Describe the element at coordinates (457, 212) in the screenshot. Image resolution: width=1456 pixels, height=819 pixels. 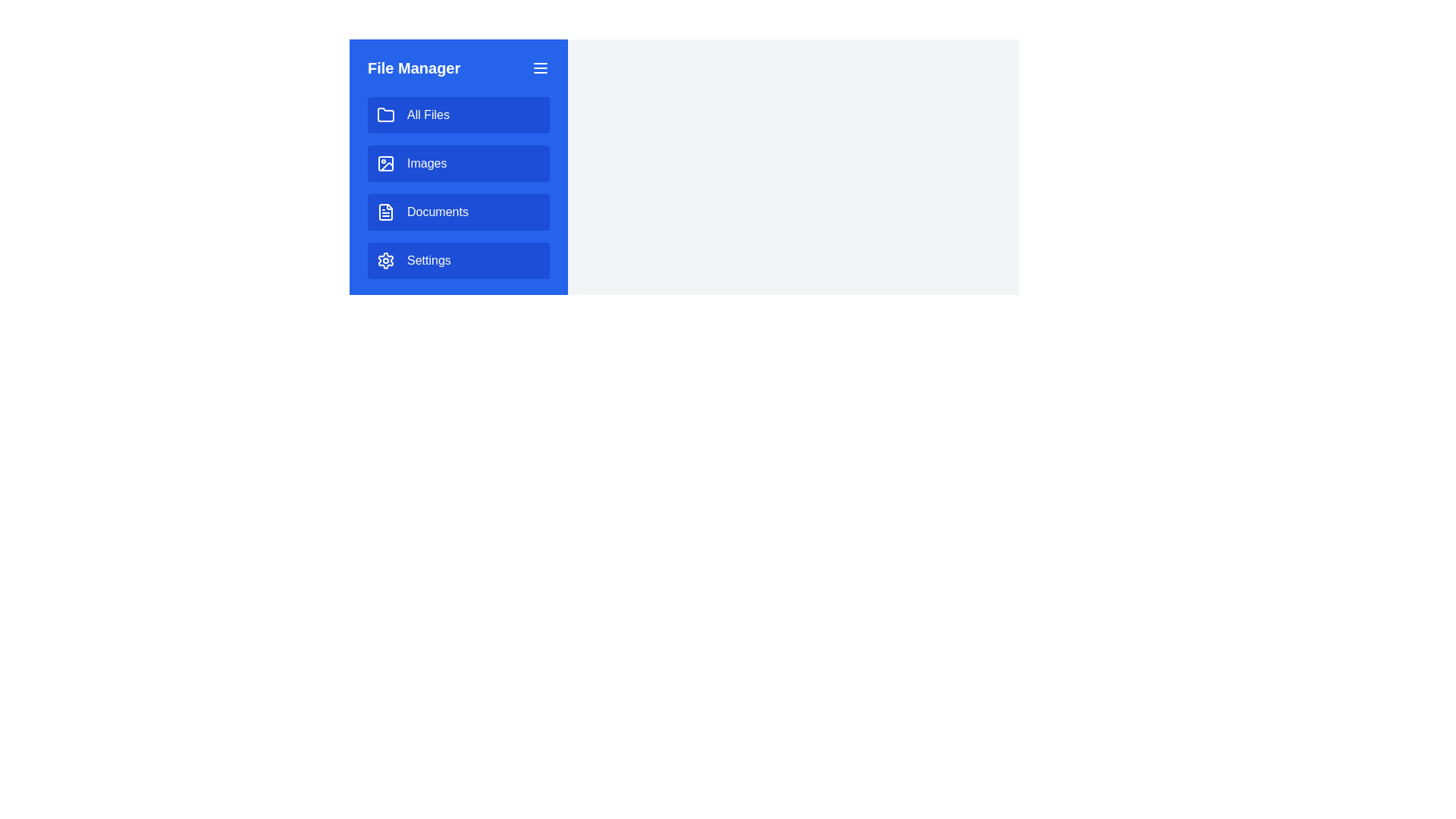
I see `the navigation menu item labeled Documents` at that location.